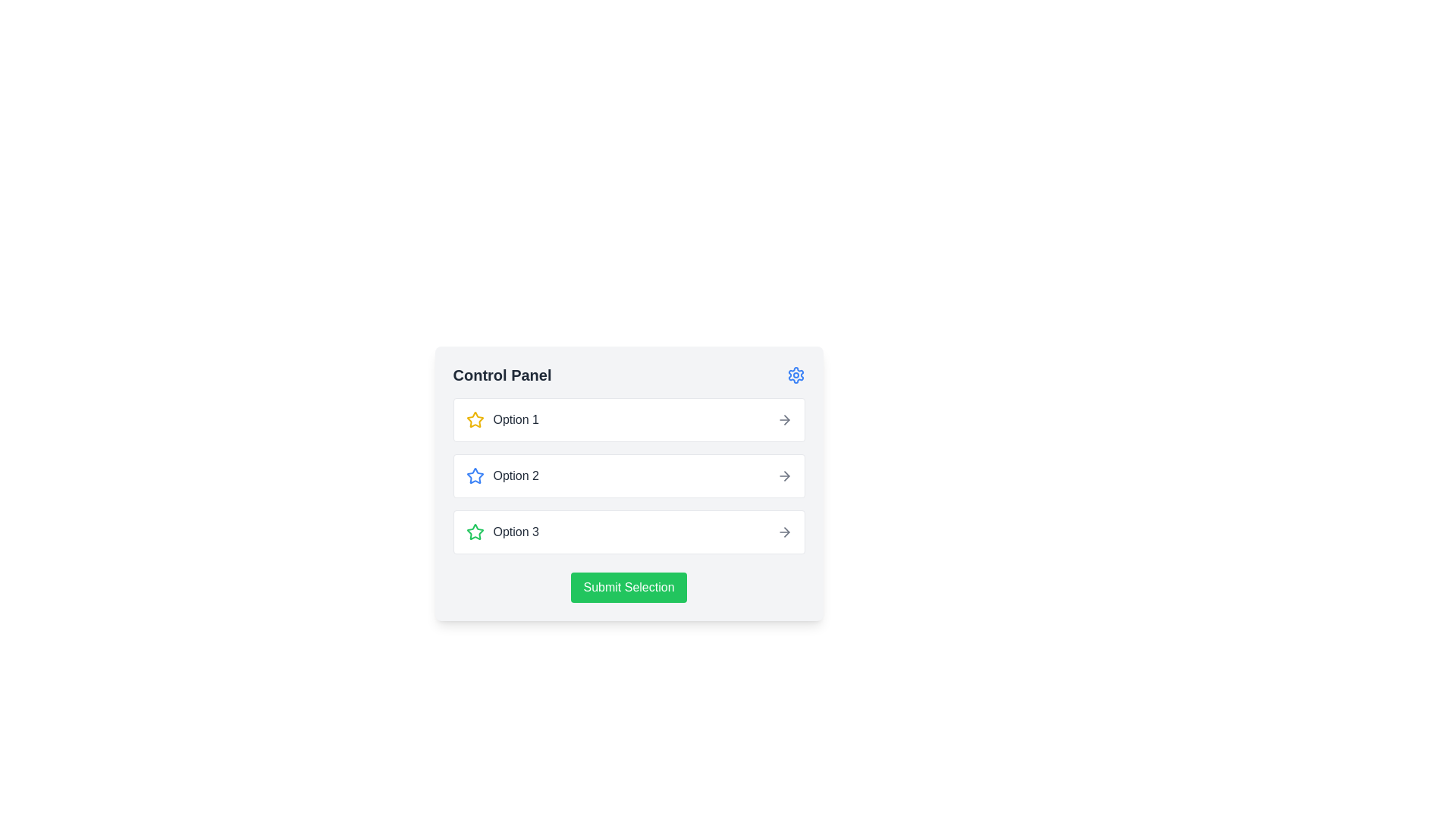  What do you see at coordinates (474, 531) in the screenshot?
I see `the green star icon that indicates an interactive option in the control panel, located to the left of the text 'Option 1'` at bounding box center [474, 531].